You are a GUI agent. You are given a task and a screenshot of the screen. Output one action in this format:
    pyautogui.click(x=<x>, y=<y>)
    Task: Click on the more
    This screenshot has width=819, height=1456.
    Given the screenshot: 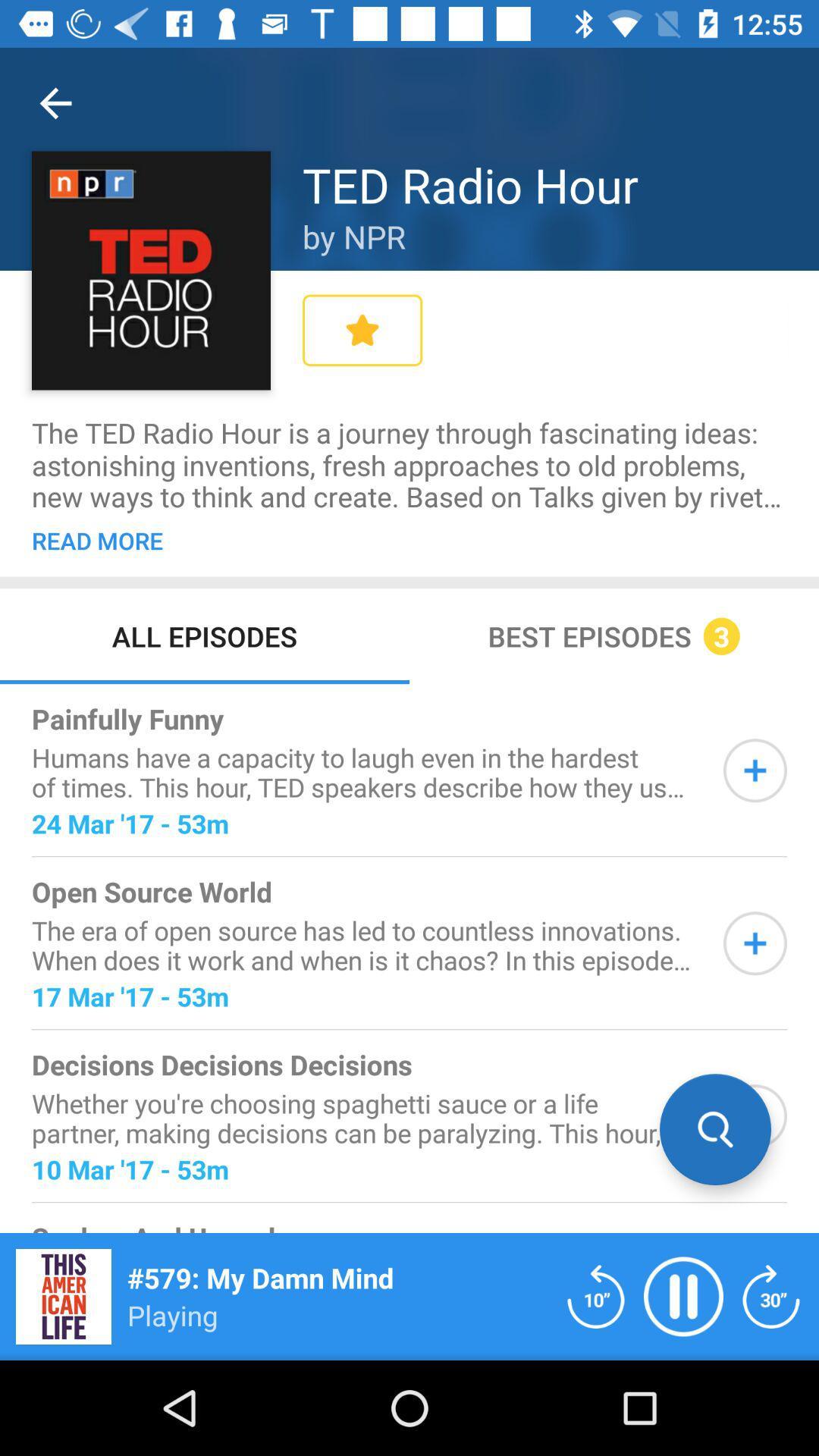 What is the action you would take?
    pyautogui.click(x=755, y=943)
    